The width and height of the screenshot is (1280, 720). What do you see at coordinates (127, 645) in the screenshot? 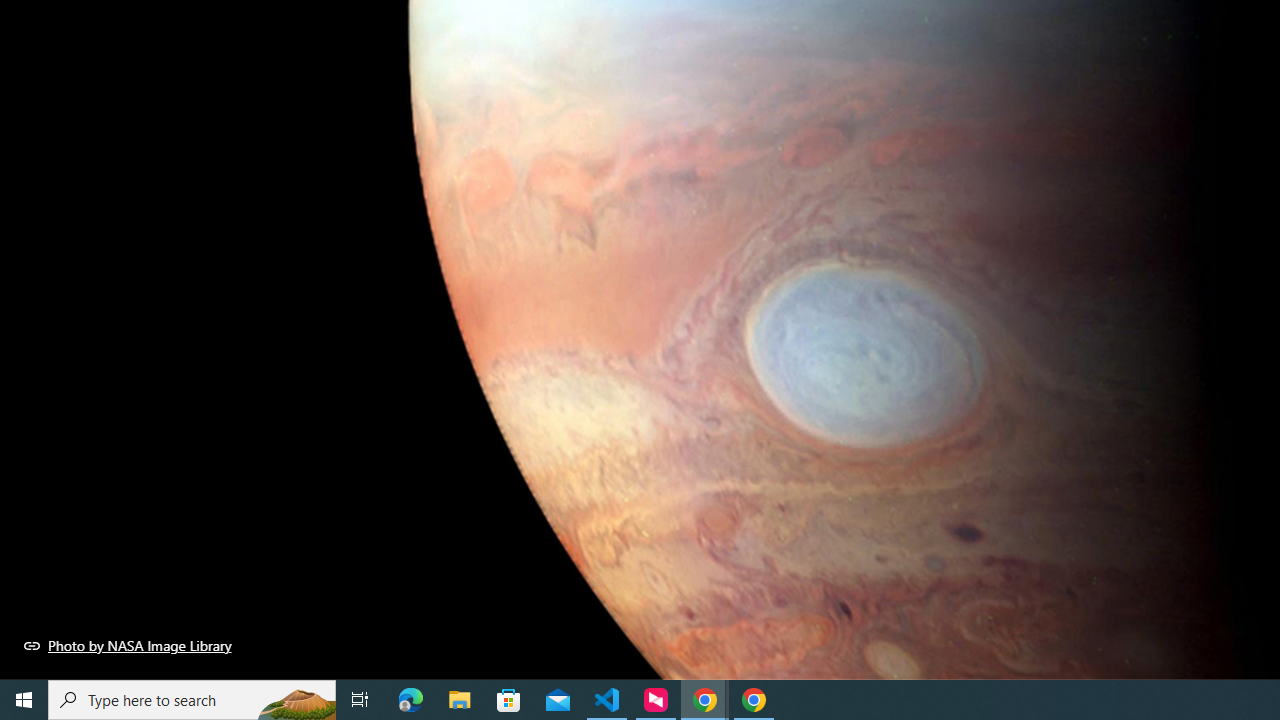
I see `'Photo by NASA Image Library'` at bounding box center [127, 645].